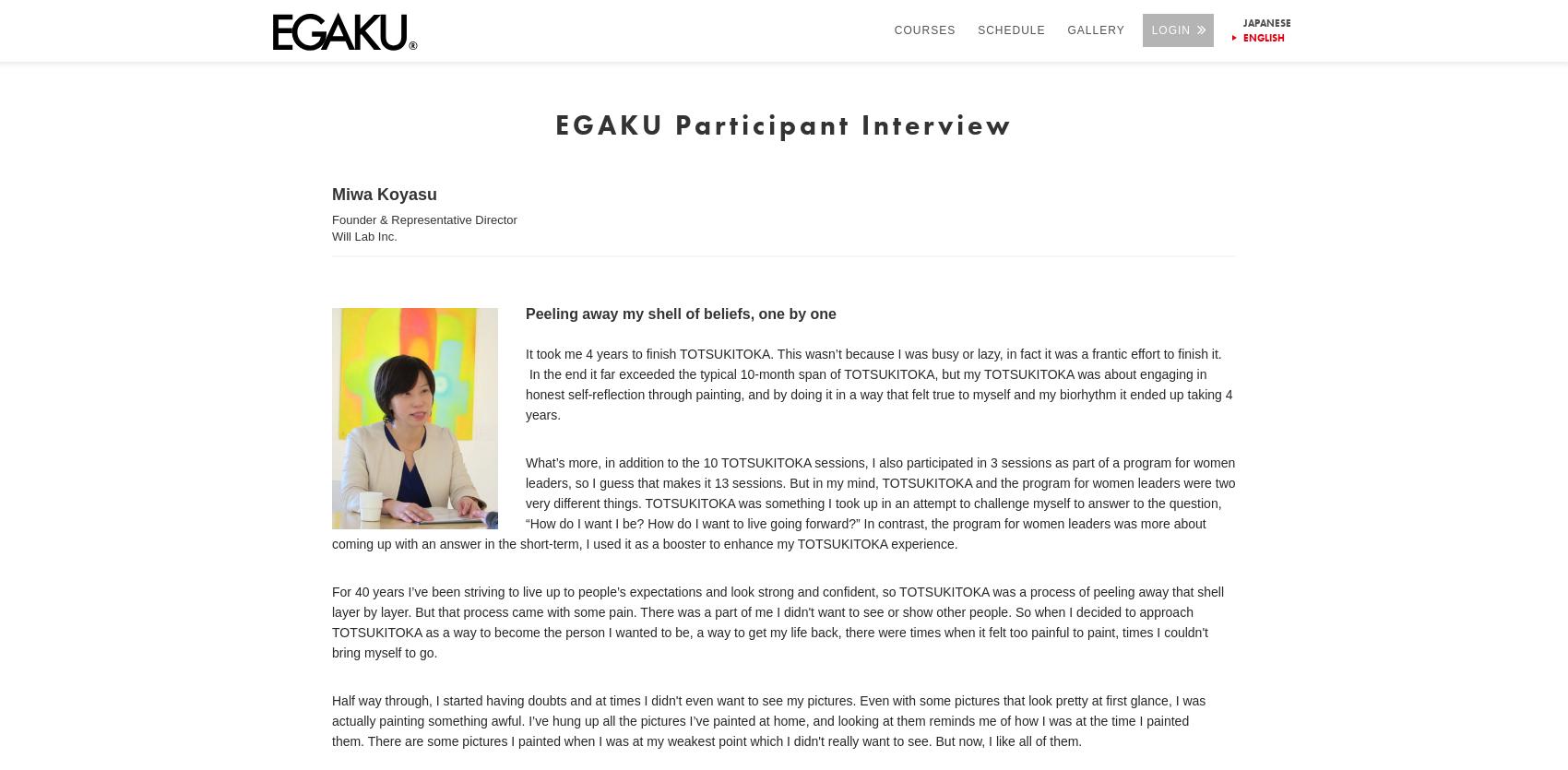  Describe the element at coordinates (767, 718) in the screenshot. I see `'Half way through, I started having doubts and at times I didn't even want to see my pictures. Even with some pictures that look pretty at first glance, I was actually painting something awful. I’ve hung up all the pictures I’ve painted at home, and looking at them reminds me of how I was at the time I painted them. There are some pictures I painted when I was at my weakest point which I didn't really want to see. But now, I like all of them.'` at that location.